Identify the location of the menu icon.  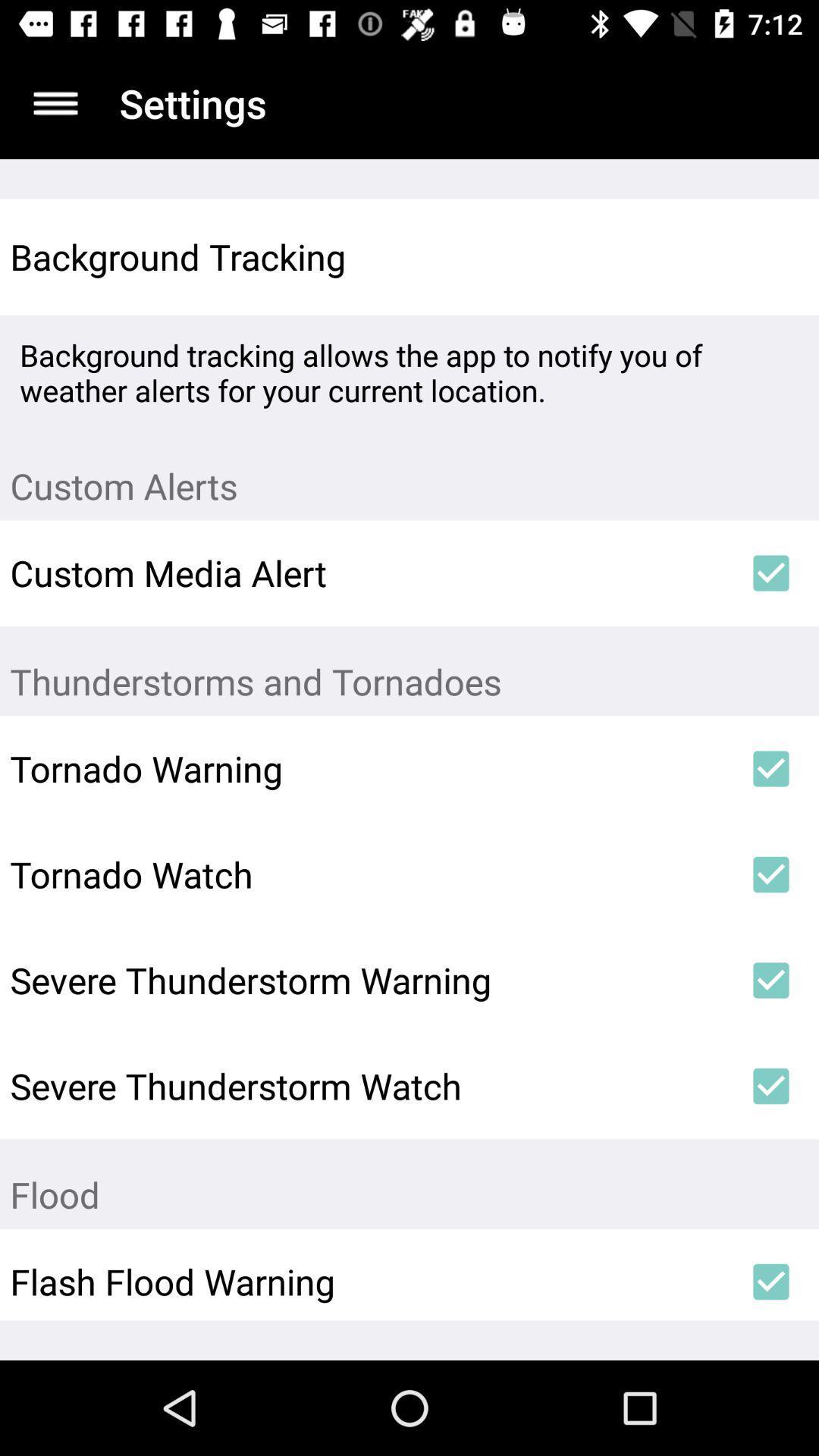
(55, 102).